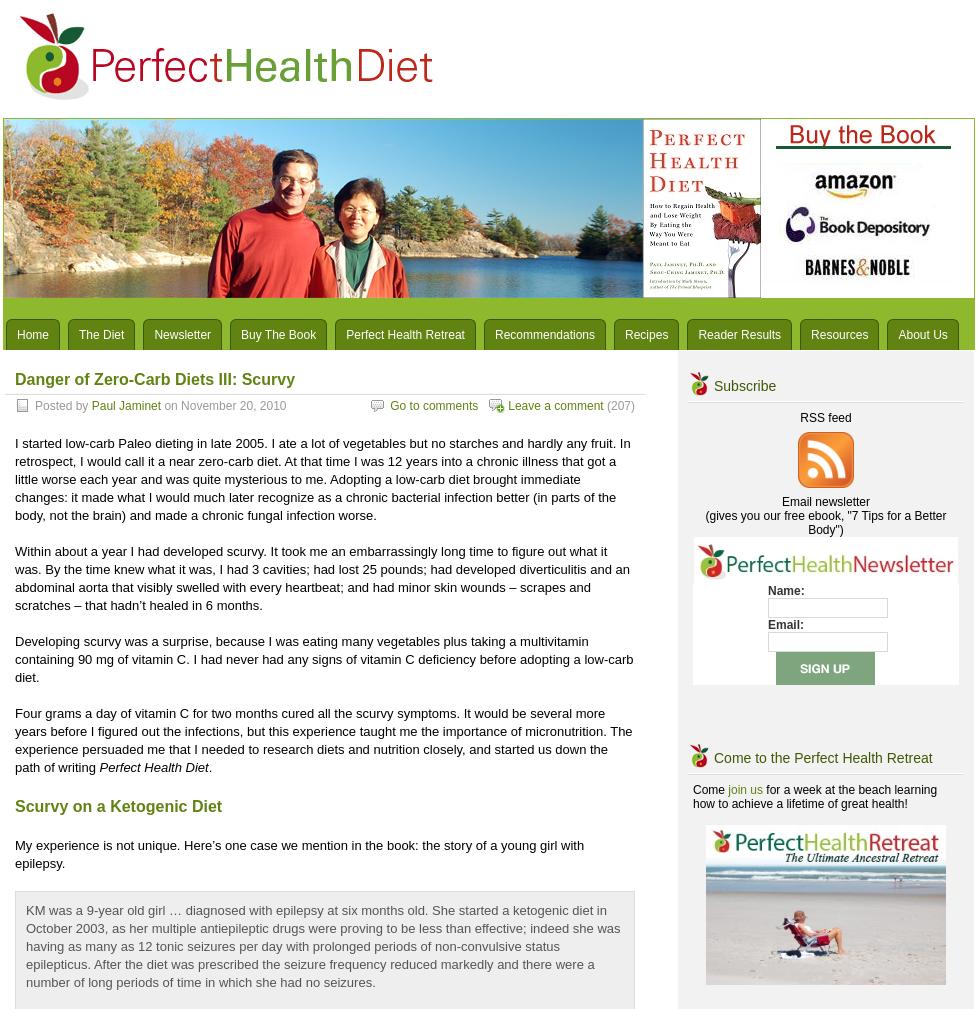  Describe the element at coordinates (710, 790) in the screenshot. I see `'Come'` at that location.